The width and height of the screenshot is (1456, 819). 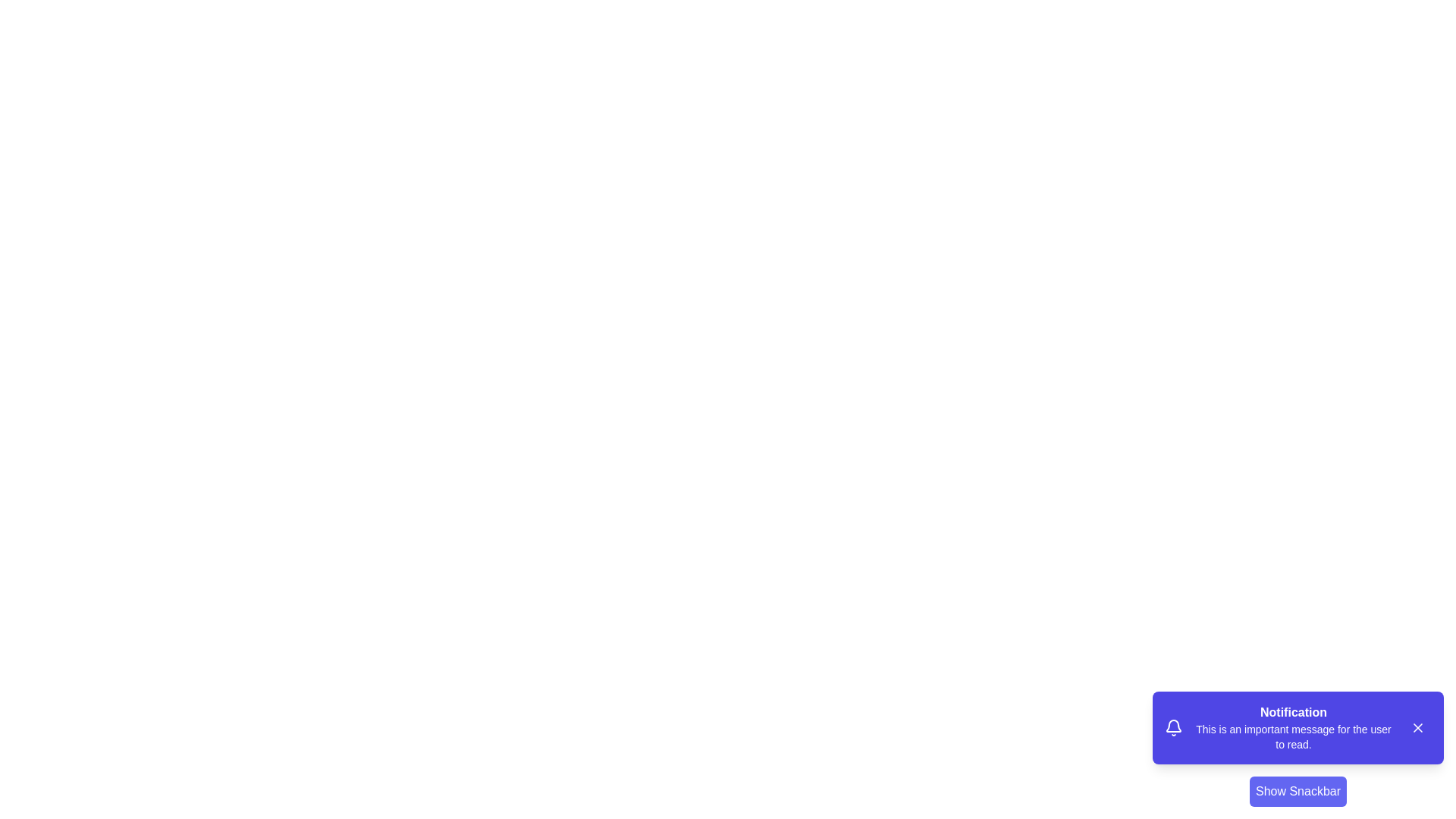 I want to click on the close icon, which is a small diagonal cross ('X') symbol located in the top-right corner of the purple notification banner, to trigger a visual response, so click(x=1417, y=727).